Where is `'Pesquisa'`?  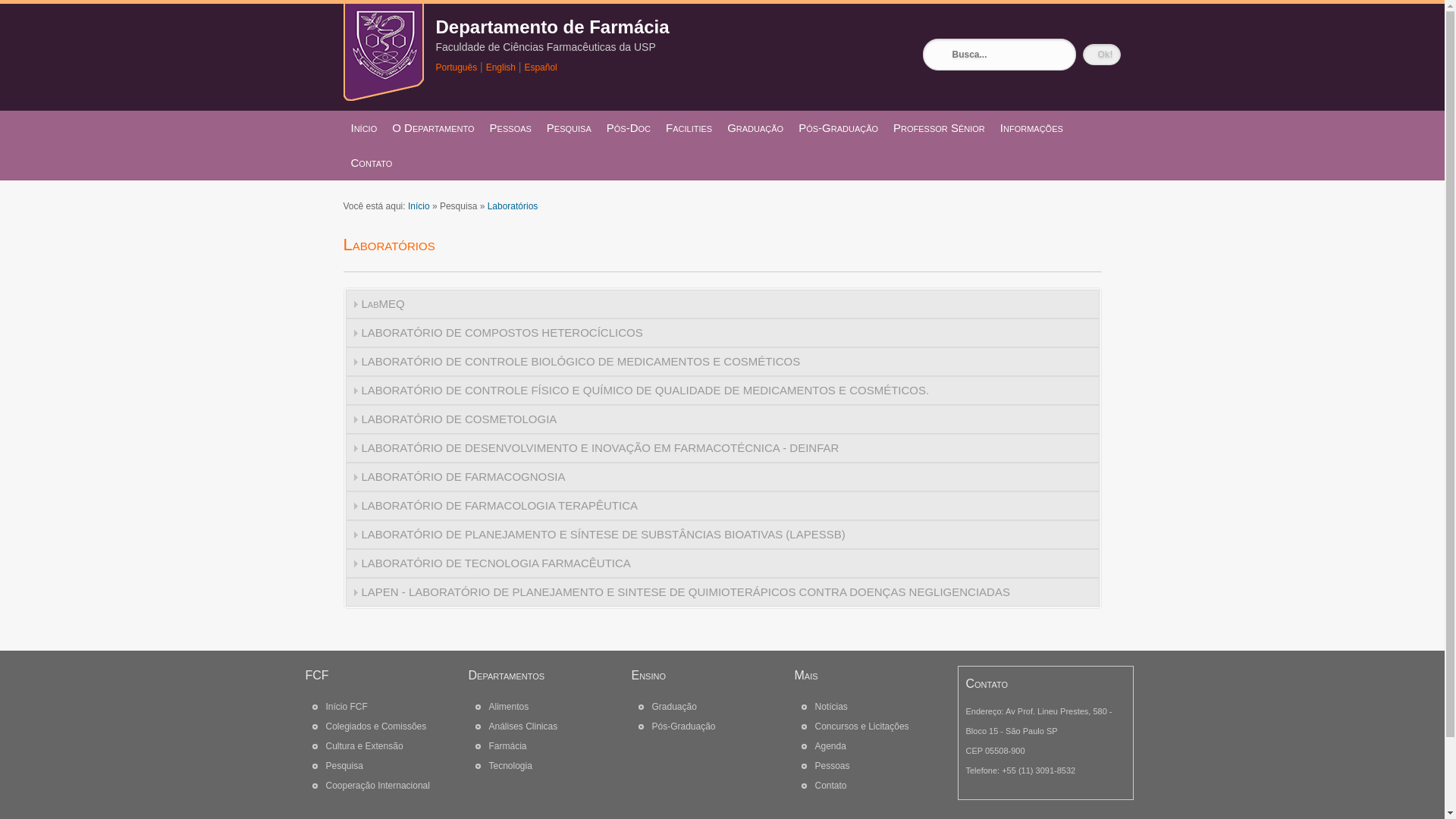
'Pesquisa' is located at coordinates (568, 127).